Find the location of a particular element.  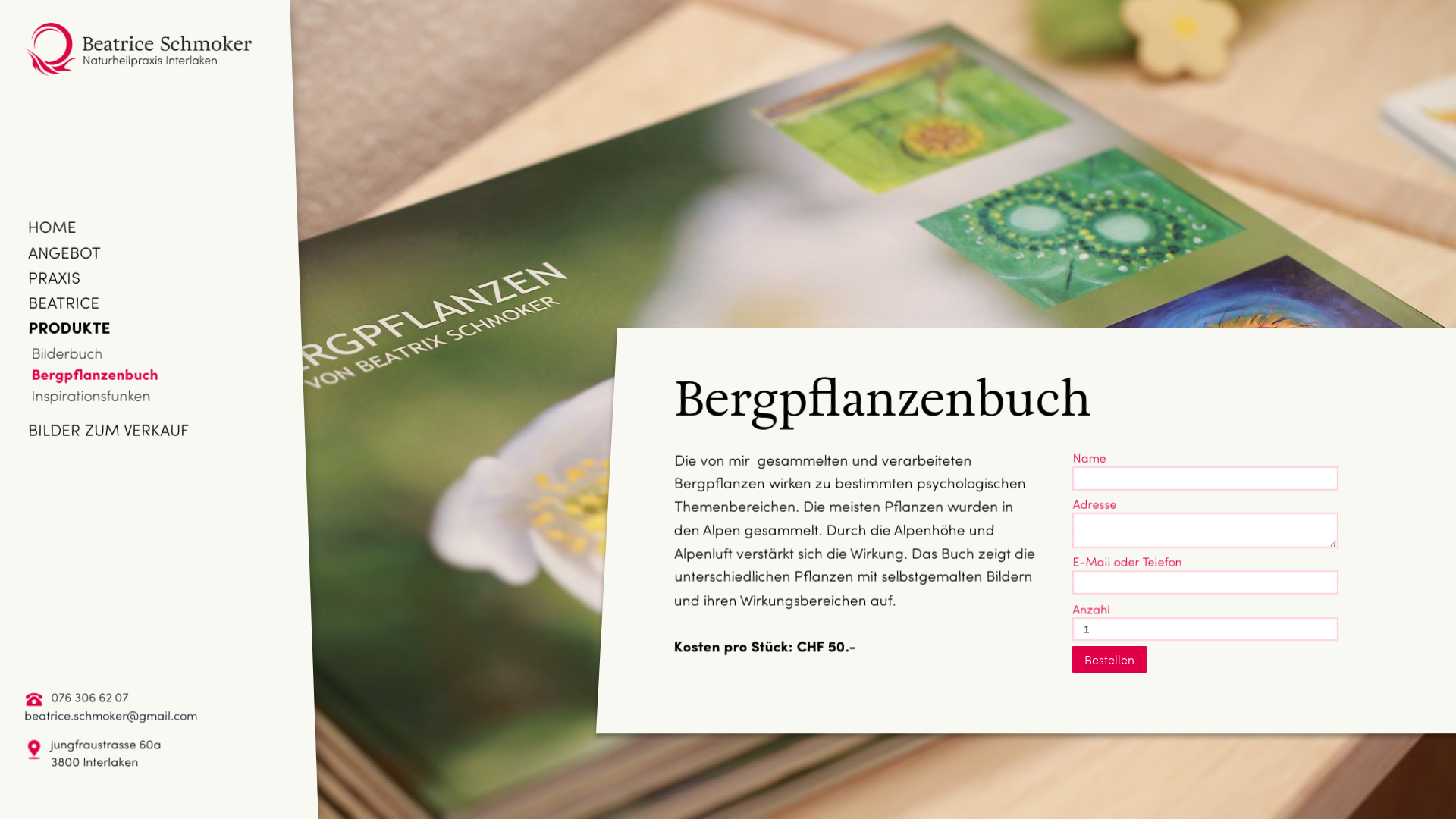

'Bilderbuch' is located at coordinates (67, 353).